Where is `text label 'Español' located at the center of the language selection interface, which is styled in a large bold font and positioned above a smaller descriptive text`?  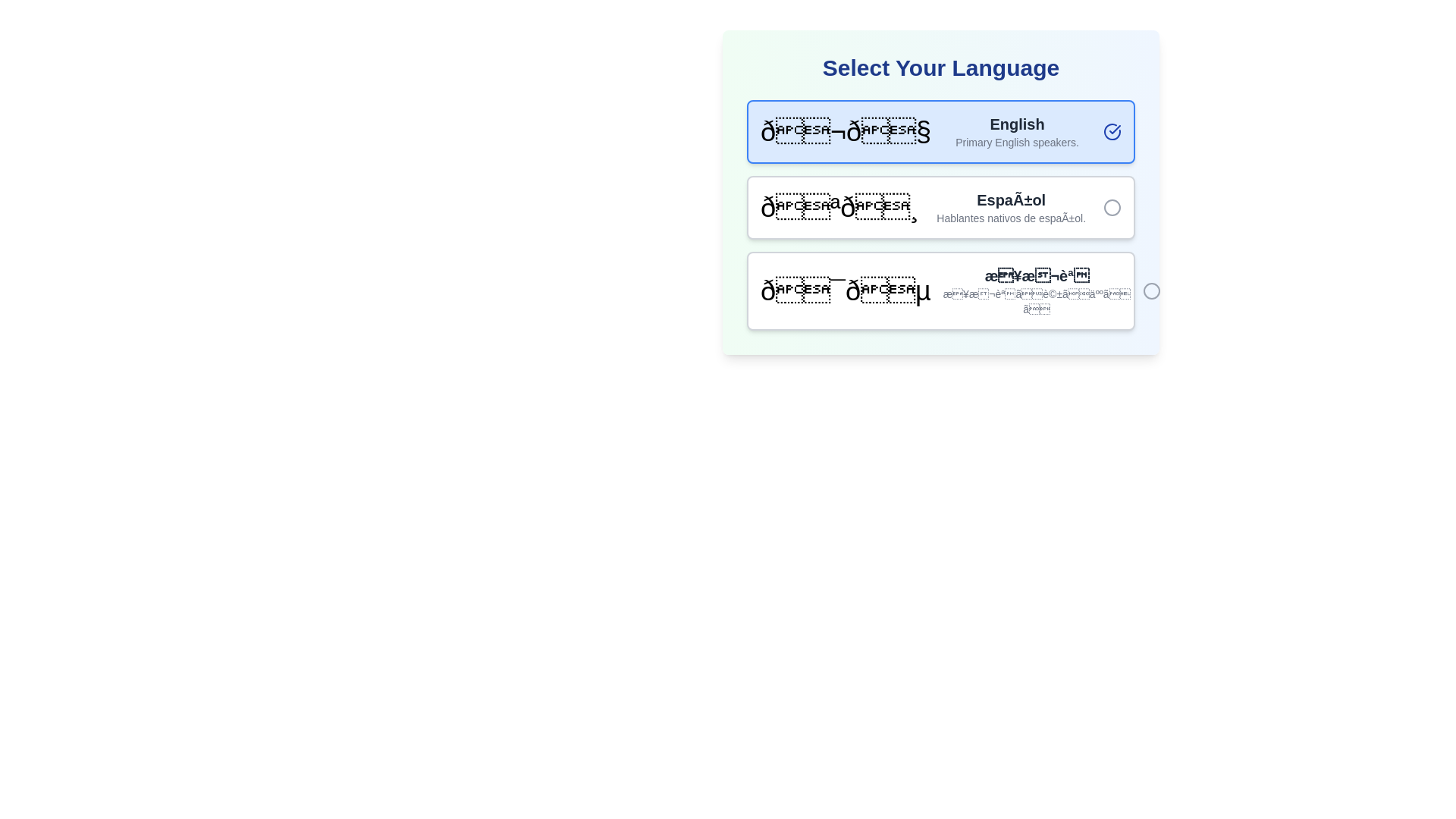 text label 'Español' located at the center of the language selection interface, which is styled in a large bold font and positioned above a smaller descriptive text is located at coordinates (1011, 199).